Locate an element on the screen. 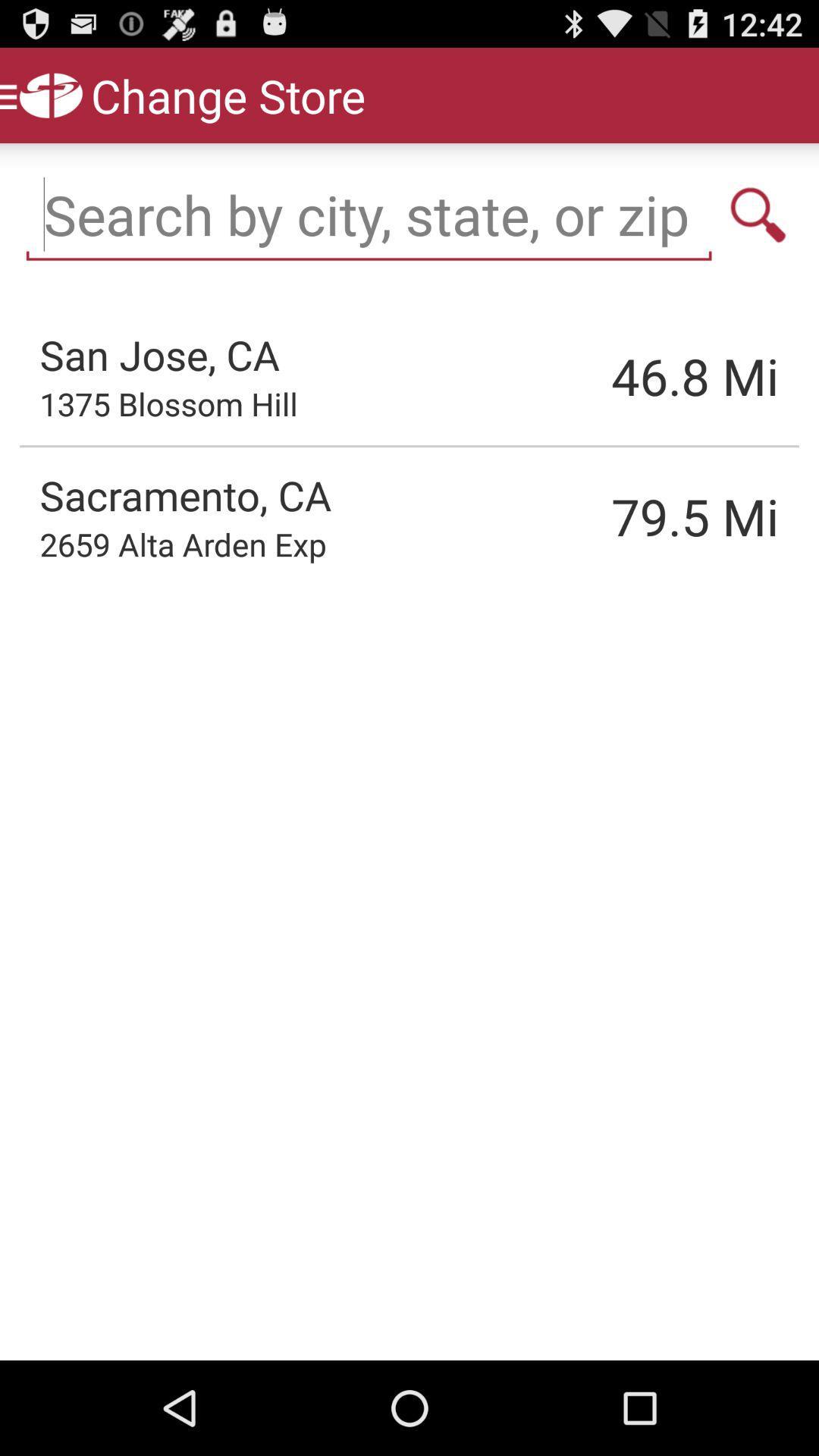 The image size is (819, 1456). the item above the 1375 blossom hill app is located at coordinates (159, 353).